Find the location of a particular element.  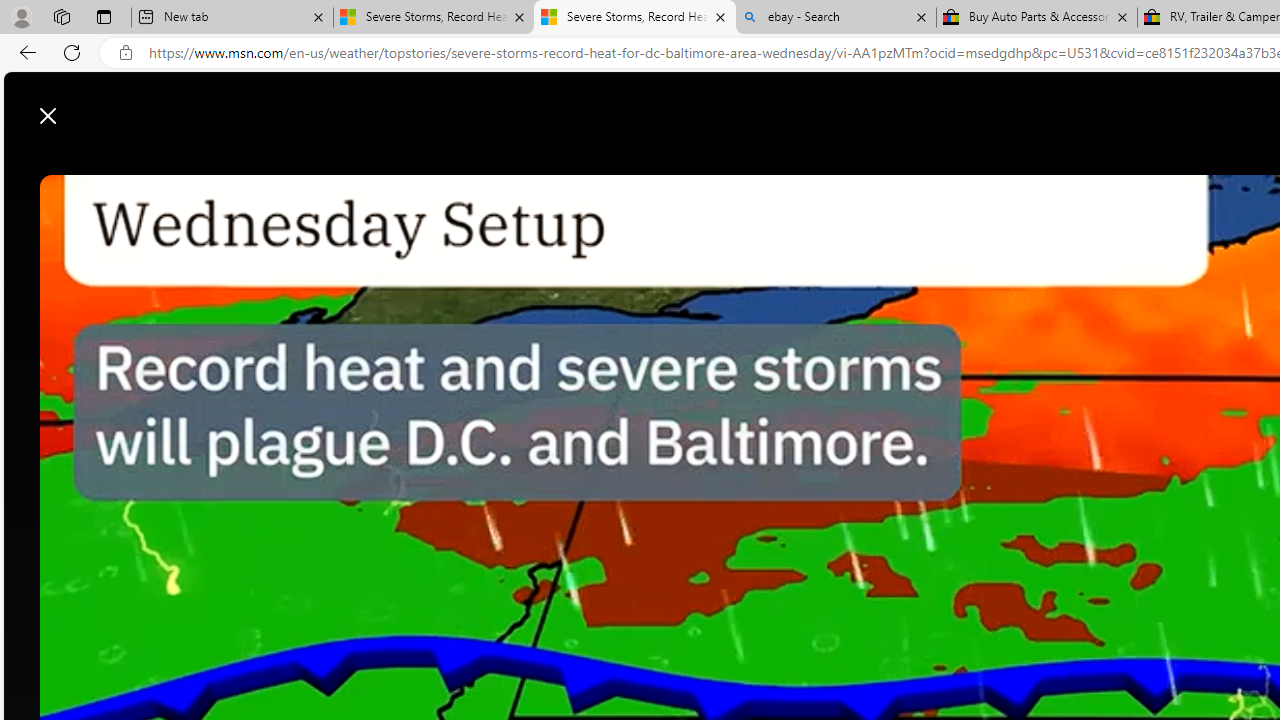

'Buy Auto Parts & Accessories | eBay' is located at coordinates (1036, 17).